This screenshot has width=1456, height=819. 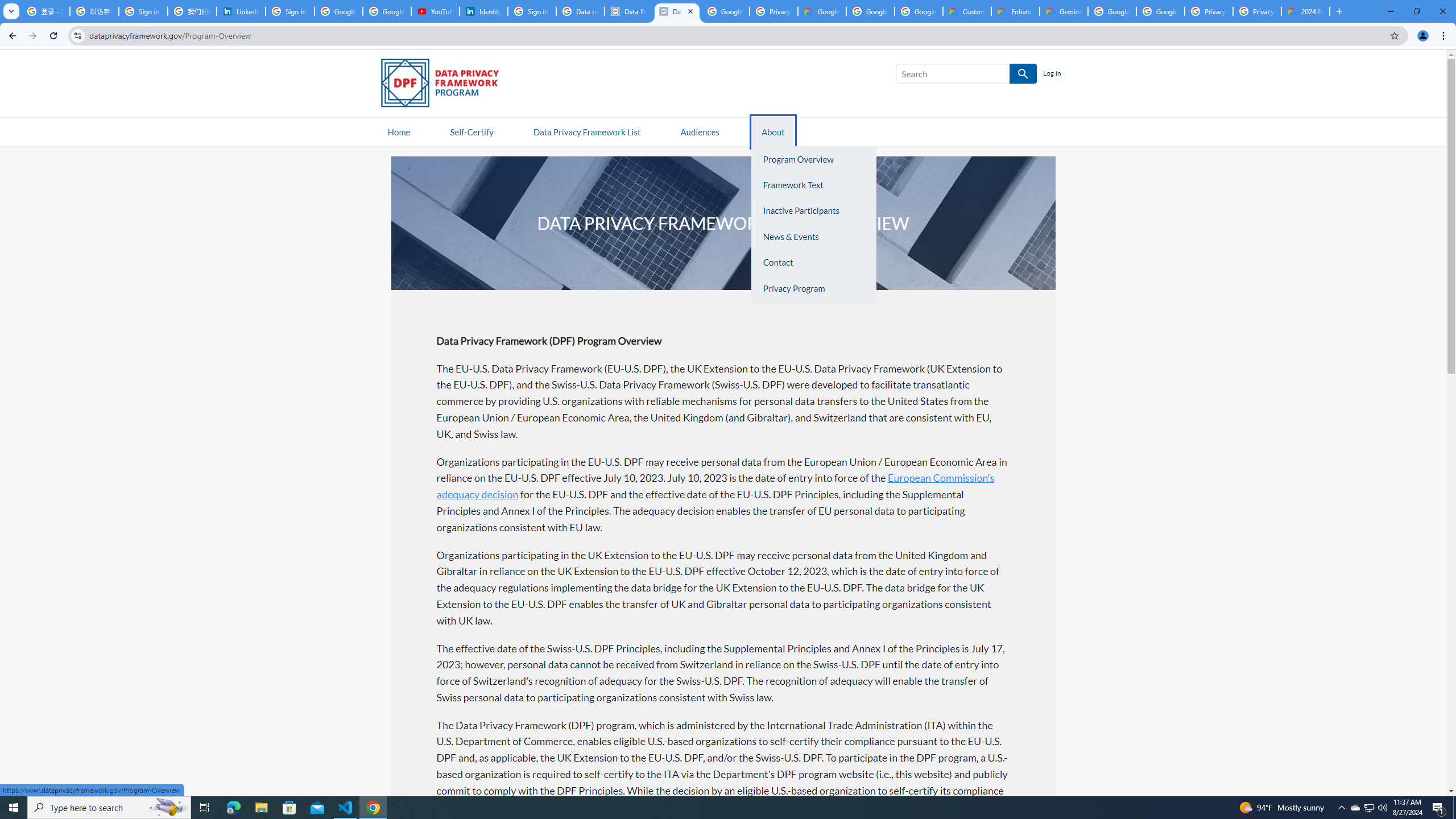 What do you see at coordinates (1160, 11) in the screenshot?
I see `'Google Cloud Platform'` at bounding box center [1160, 11].